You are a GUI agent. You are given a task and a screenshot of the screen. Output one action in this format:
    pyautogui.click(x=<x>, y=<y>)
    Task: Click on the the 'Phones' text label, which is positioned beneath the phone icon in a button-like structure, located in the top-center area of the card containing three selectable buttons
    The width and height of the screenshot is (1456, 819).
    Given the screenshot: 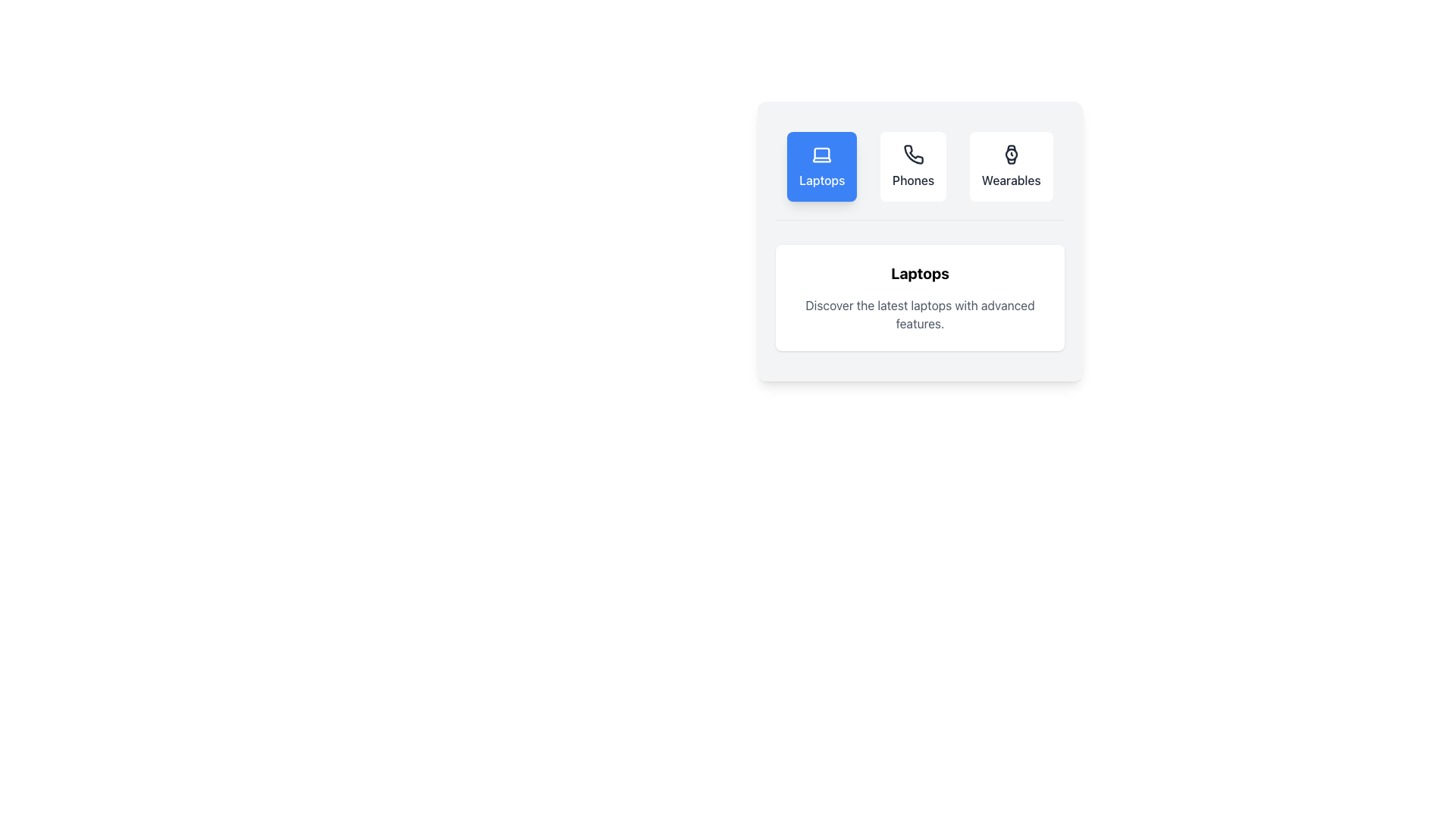 What is the action you would take?
    pyautogui.click(x=912, y=180)
    